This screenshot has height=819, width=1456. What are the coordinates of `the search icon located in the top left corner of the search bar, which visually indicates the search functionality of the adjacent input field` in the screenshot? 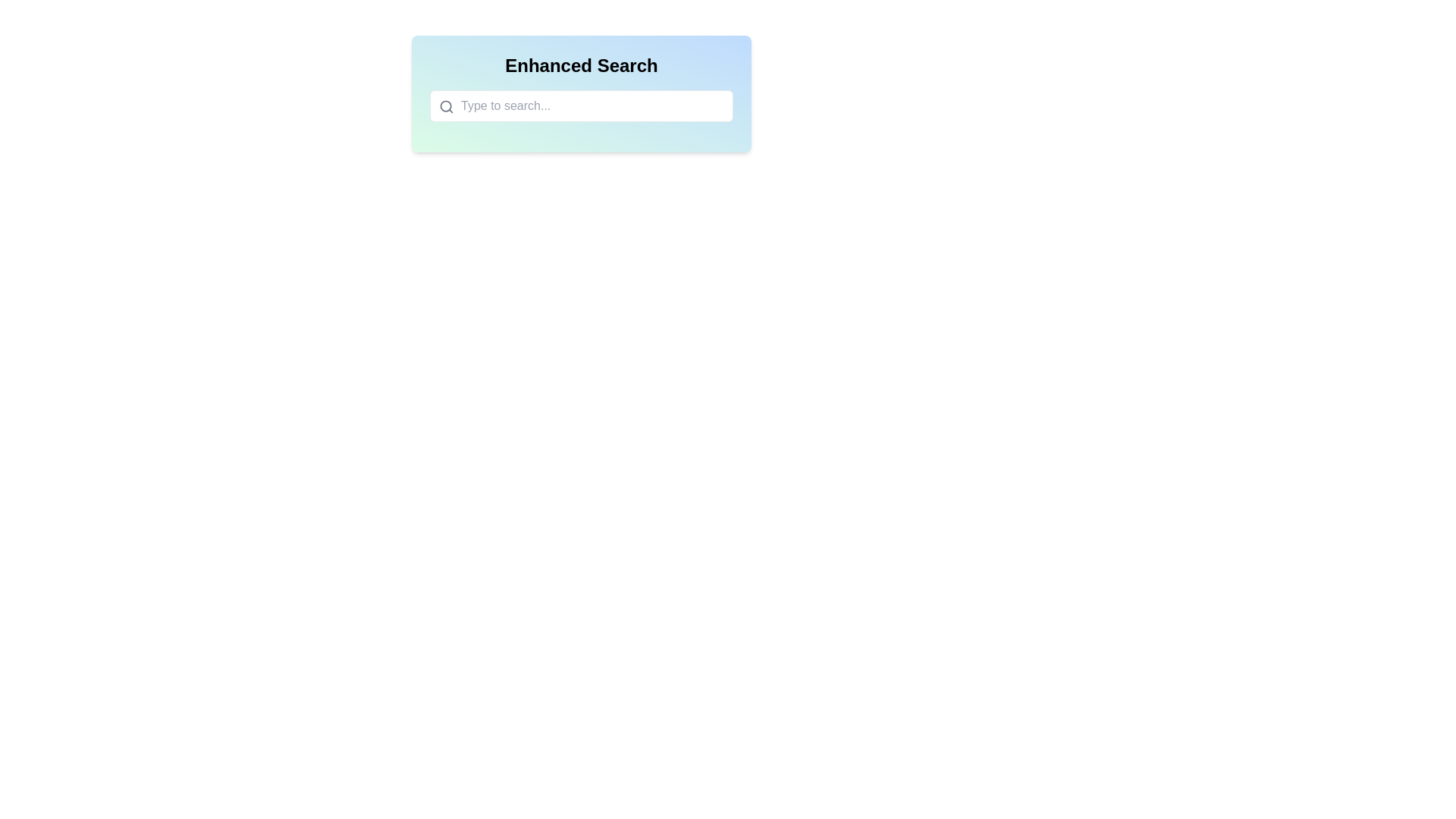 It's located at (446, 106).